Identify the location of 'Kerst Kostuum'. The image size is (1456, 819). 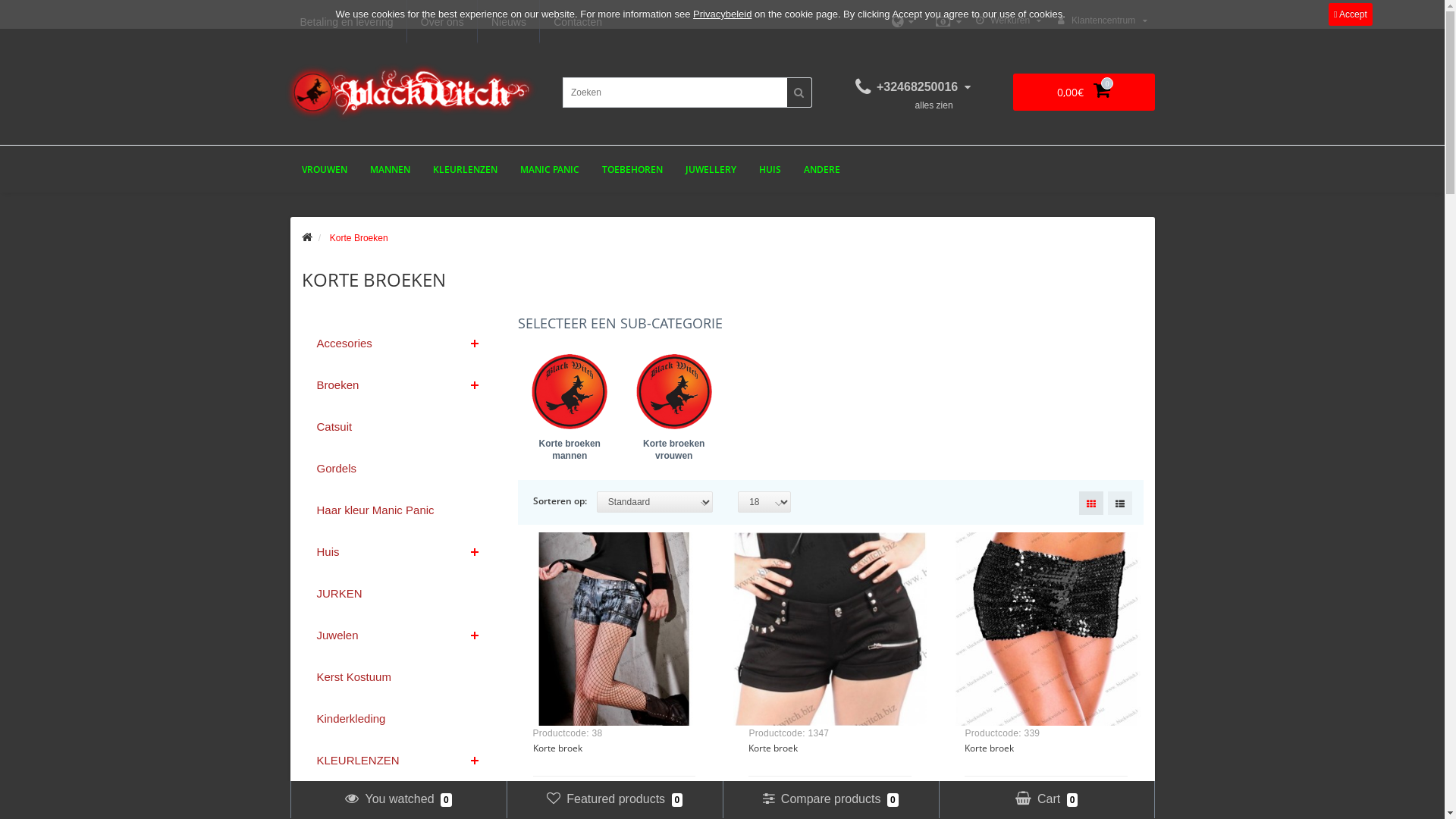
(302, 676).